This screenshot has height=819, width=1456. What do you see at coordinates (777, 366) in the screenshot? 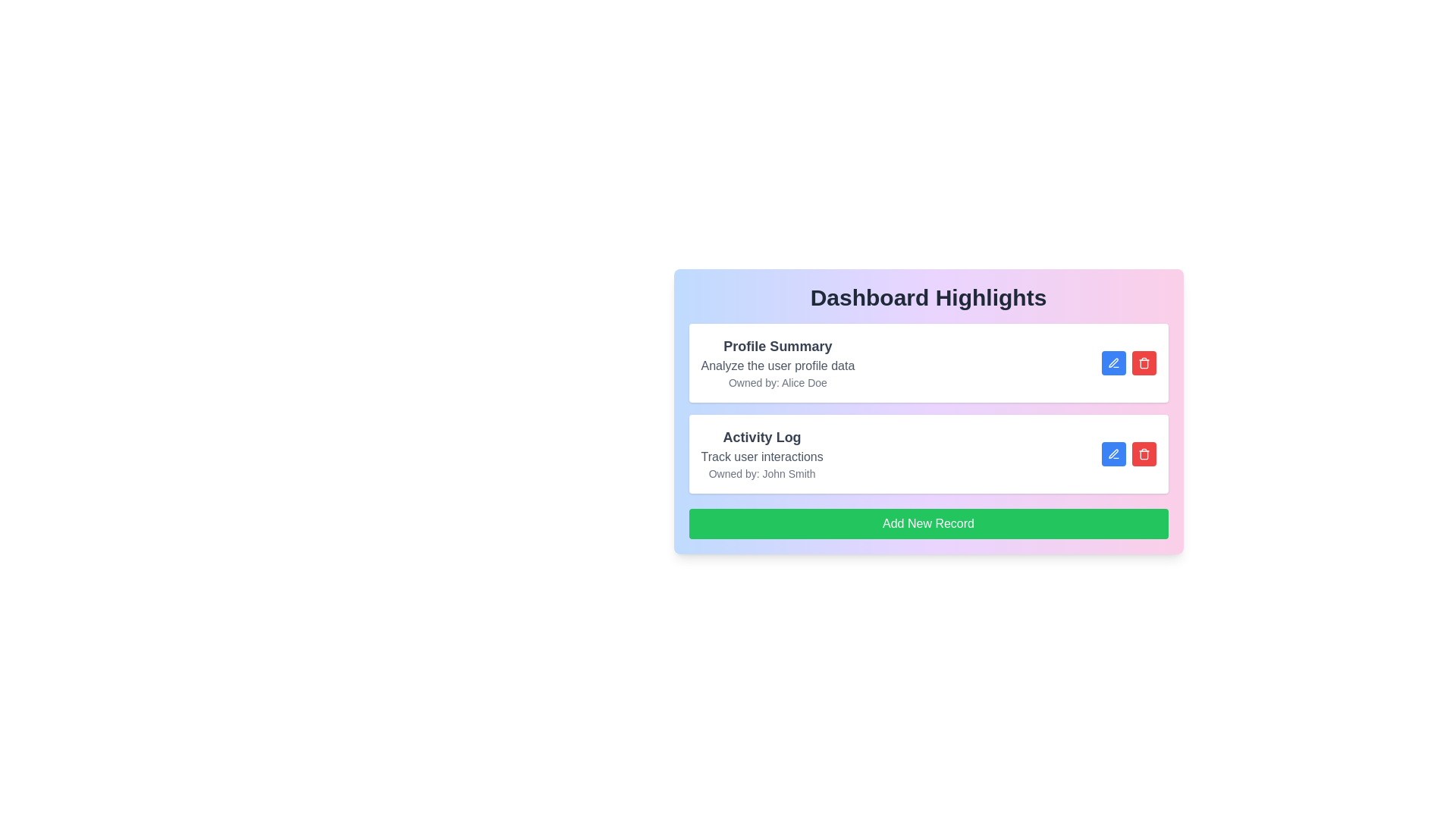
I see `text of the descriptive text label located between the title 'Profile Summary' and the text 'Owned by: Alice Doe'` at bounding box center [777, 366].